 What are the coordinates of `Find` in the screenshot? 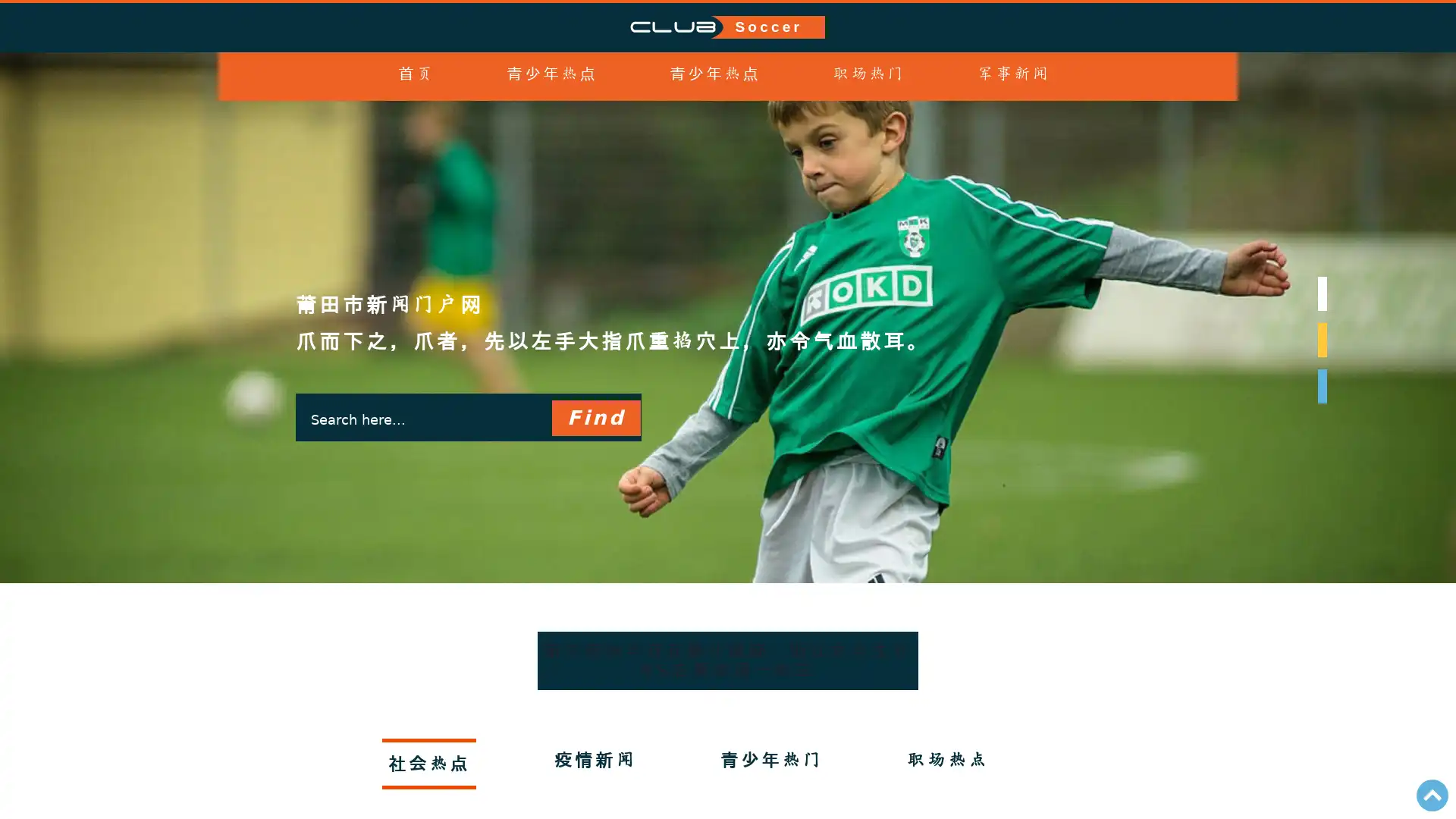 It's located at (595, 446).